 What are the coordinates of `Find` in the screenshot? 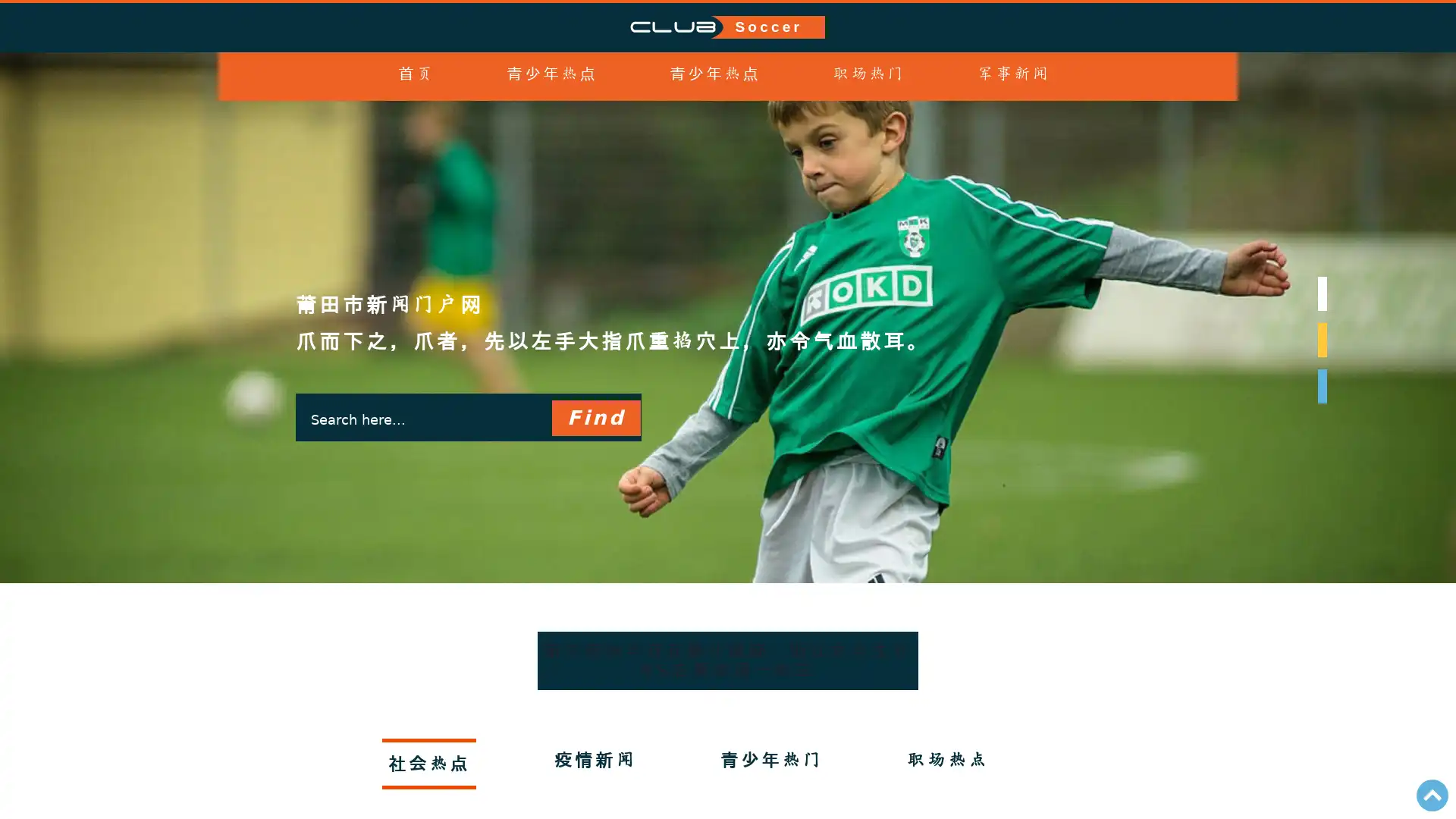 It's located at (595, 446).